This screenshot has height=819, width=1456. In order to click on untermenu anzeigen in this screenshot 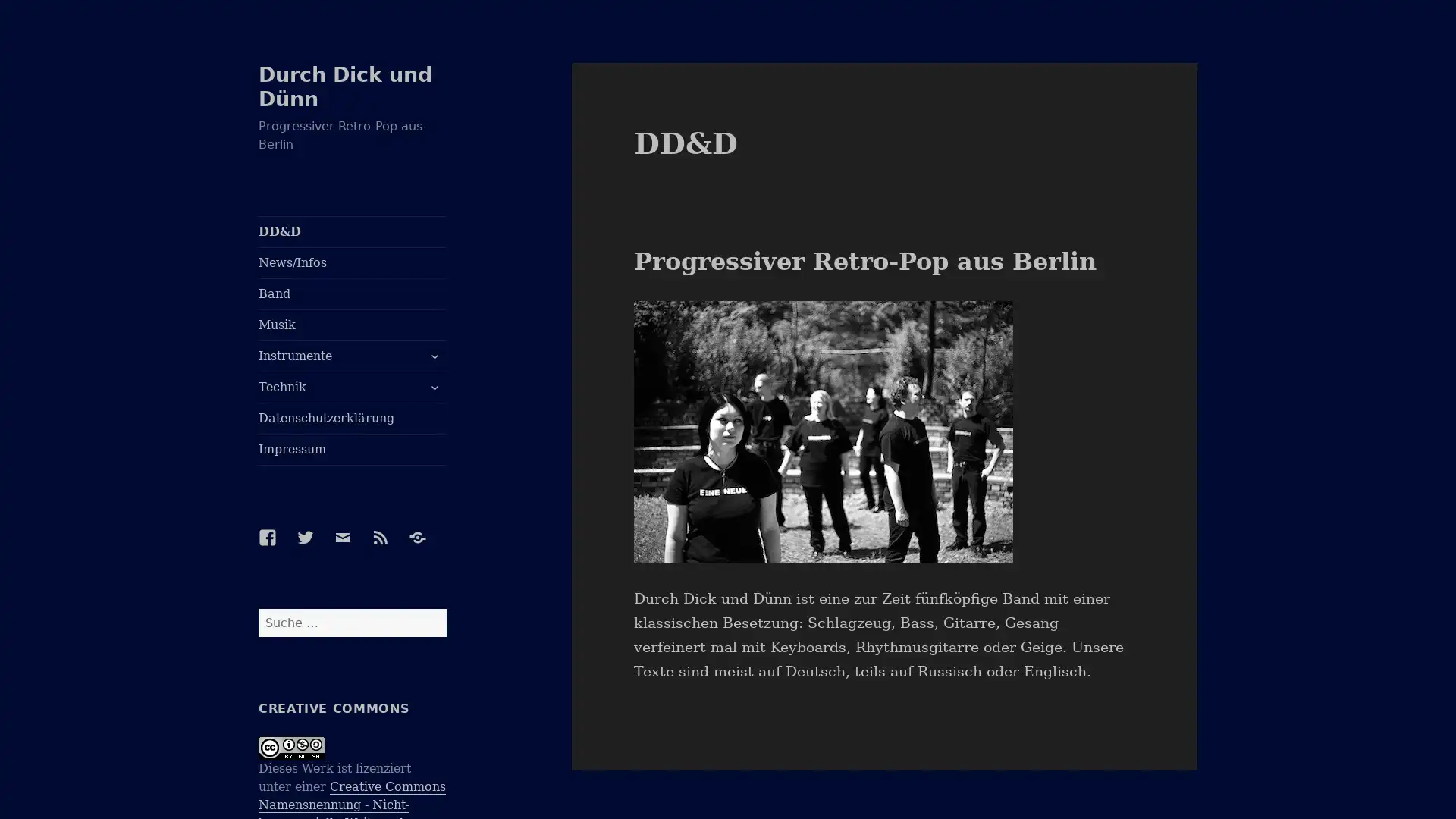, I will do `click(432, 356)`.